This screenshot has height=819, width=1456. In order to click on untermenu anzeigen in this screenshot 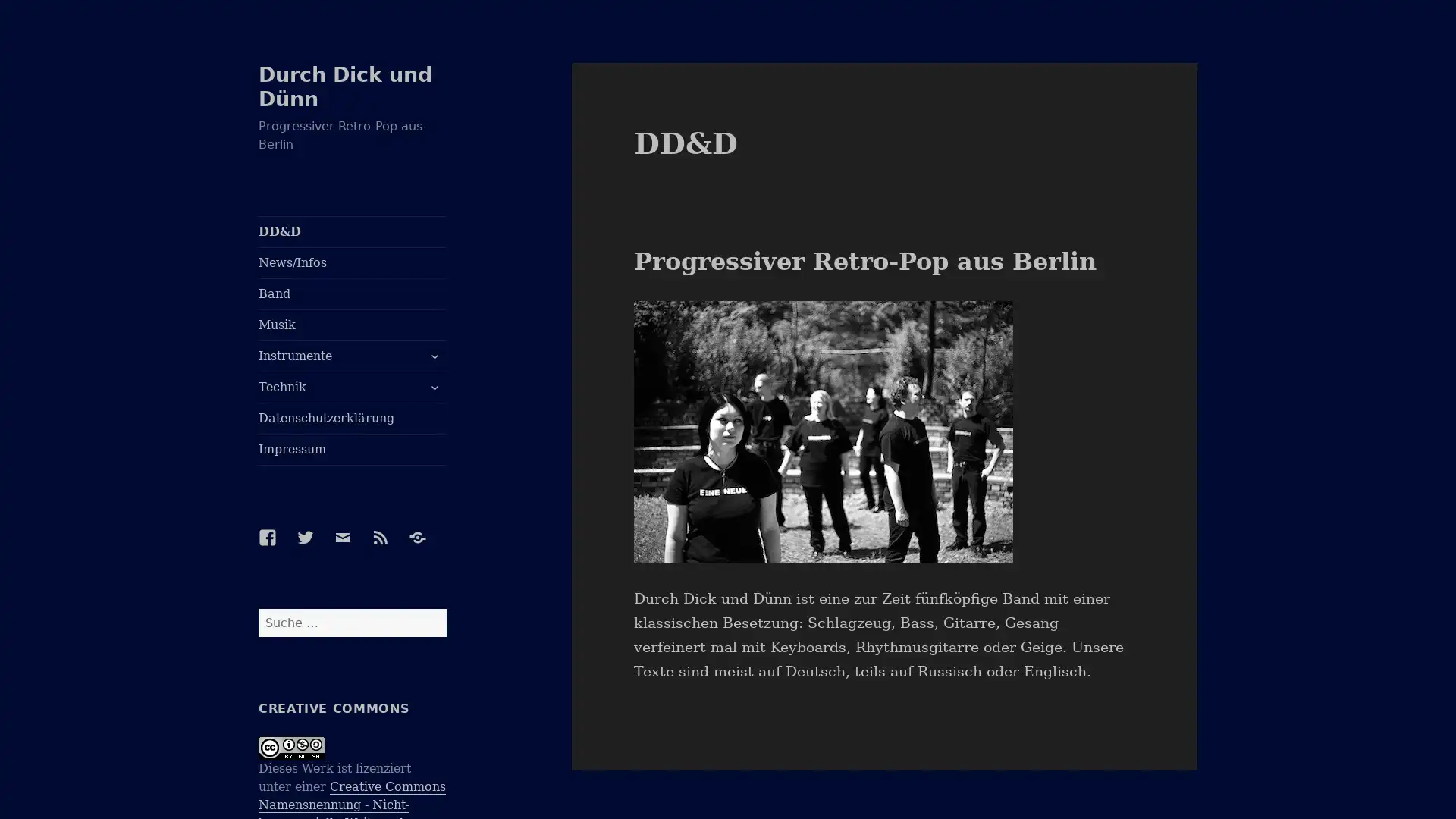, I will do `click(432, 356)`.